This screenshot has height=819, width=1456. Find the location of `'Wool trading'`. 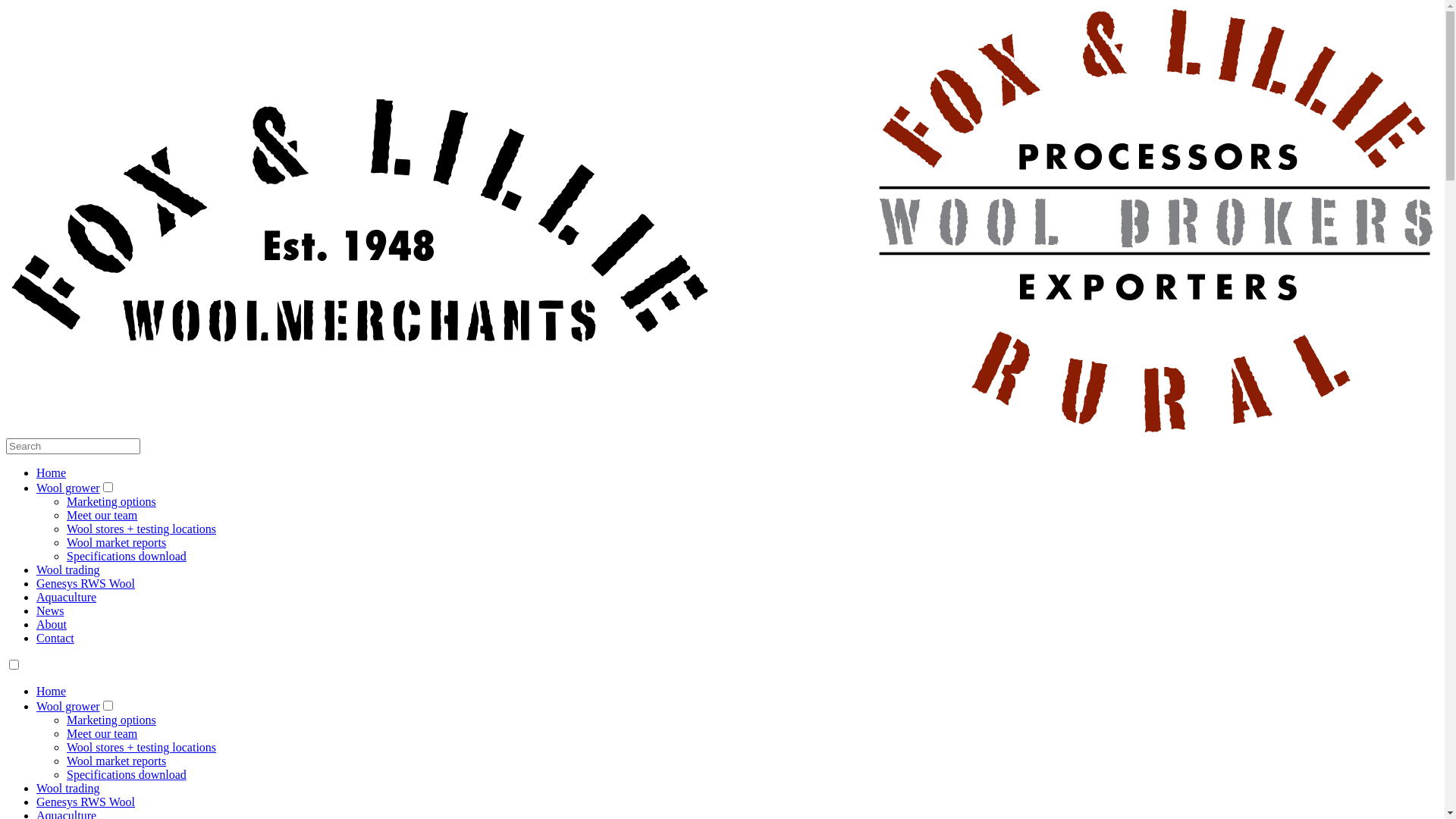

'Wool trading' is located at coordinates (67, 787).